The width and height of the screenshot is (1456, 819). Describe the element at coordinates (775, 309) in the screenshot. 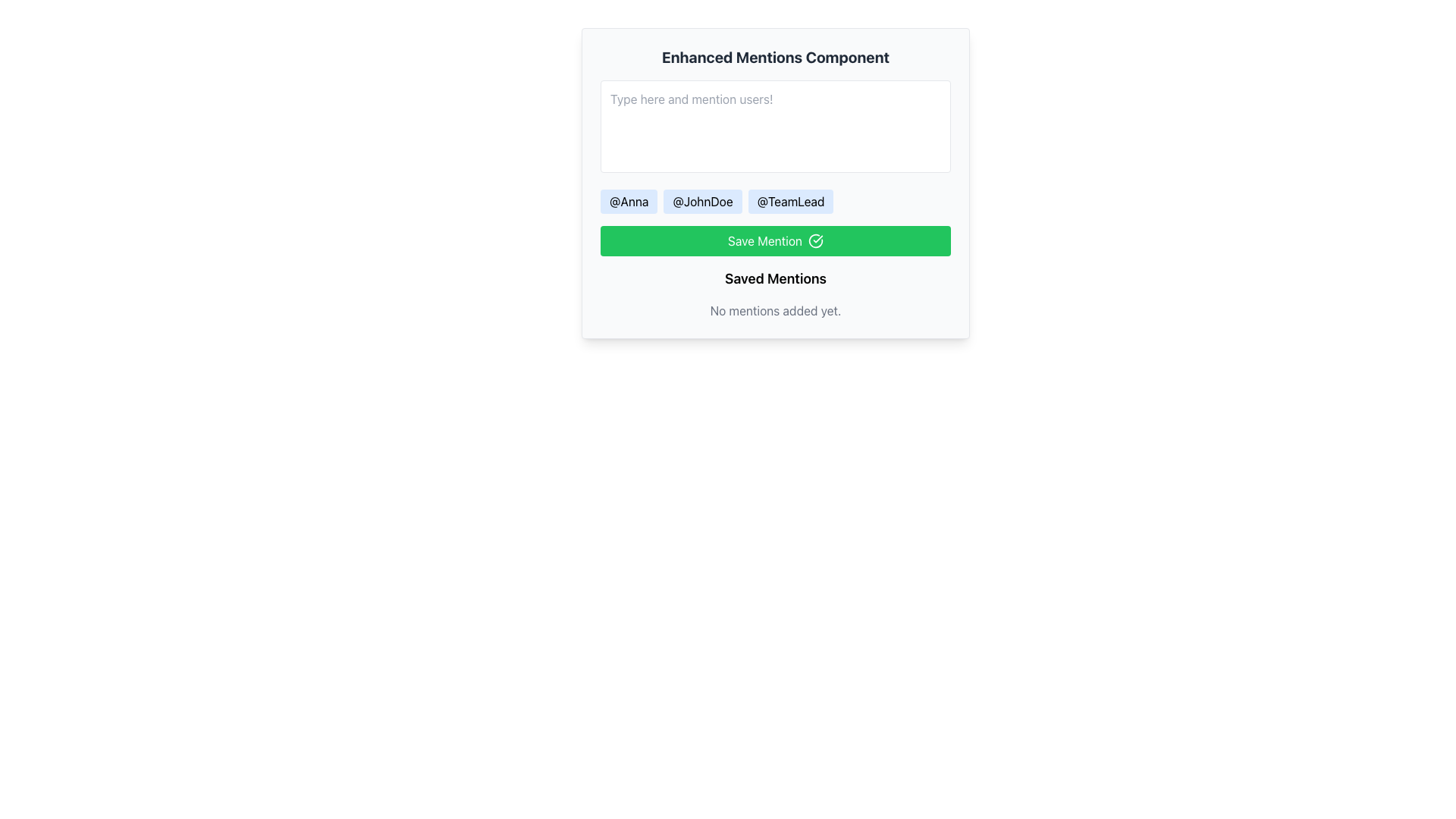

I see `the text label that indicates no mentions have been added yet within the 'Saved Mentions' section, positioned below the 'Saved Mentions' heading` at that location.